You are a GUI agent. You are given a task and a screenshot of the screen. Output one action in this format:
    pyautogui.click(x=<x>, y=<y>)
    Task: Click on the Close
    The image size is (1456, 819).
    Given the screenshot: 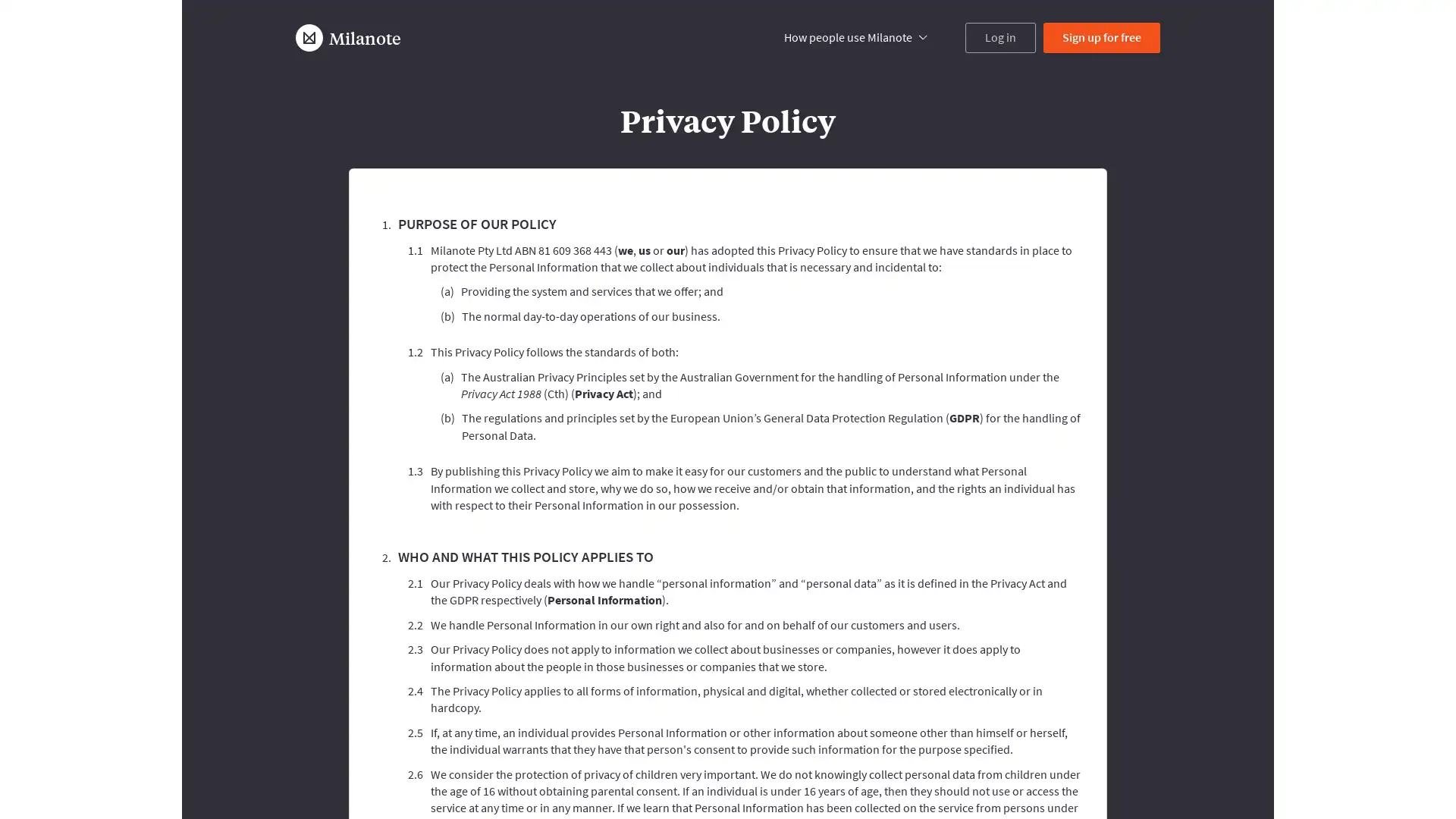 What is the action you would take?
    pyautogui.click(x=1109, y=727)
    